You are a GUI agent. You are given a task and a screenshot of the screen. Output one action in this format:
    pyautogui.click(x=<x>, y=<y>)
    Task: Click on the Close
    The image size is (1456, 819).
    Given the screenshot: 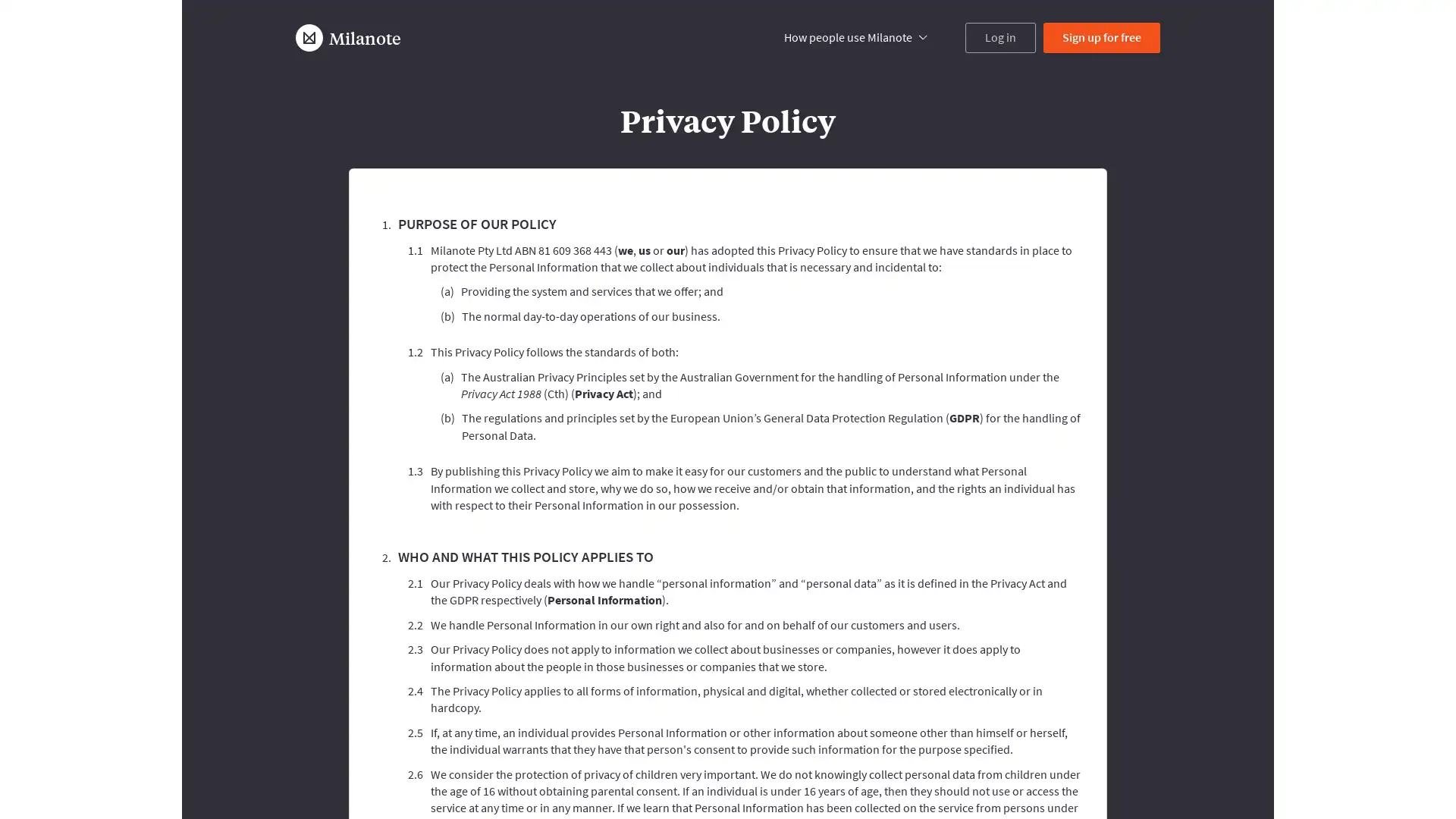 What is the action you would take?
    pyautogui.click(x=1109, y=727)
    